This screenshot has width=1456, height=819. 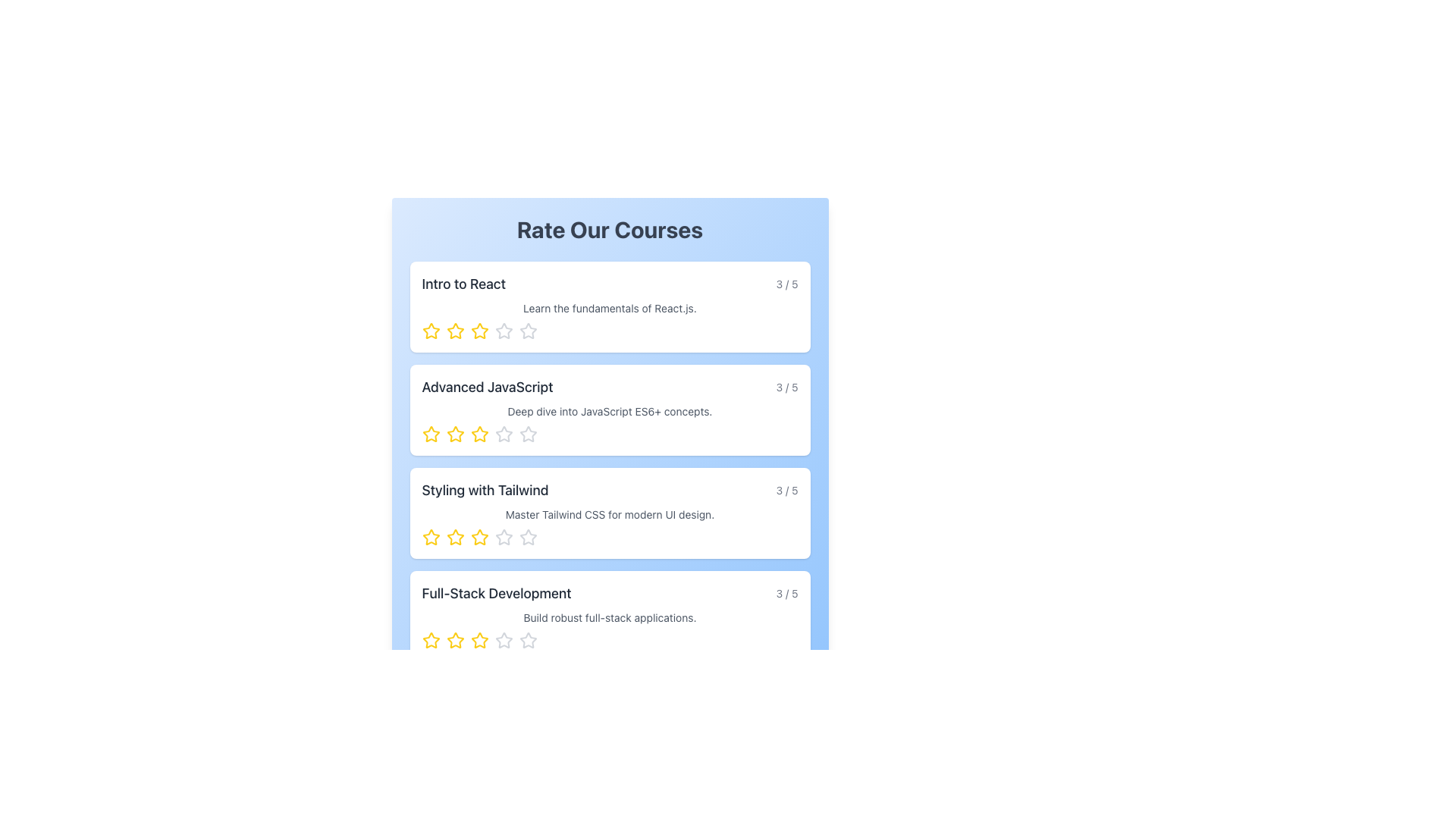 What do you see at coordinates (610, 307) in the screenshot?
I see `the text of the course overview card for 'Intro to React'` at bounding box center [610, 307].